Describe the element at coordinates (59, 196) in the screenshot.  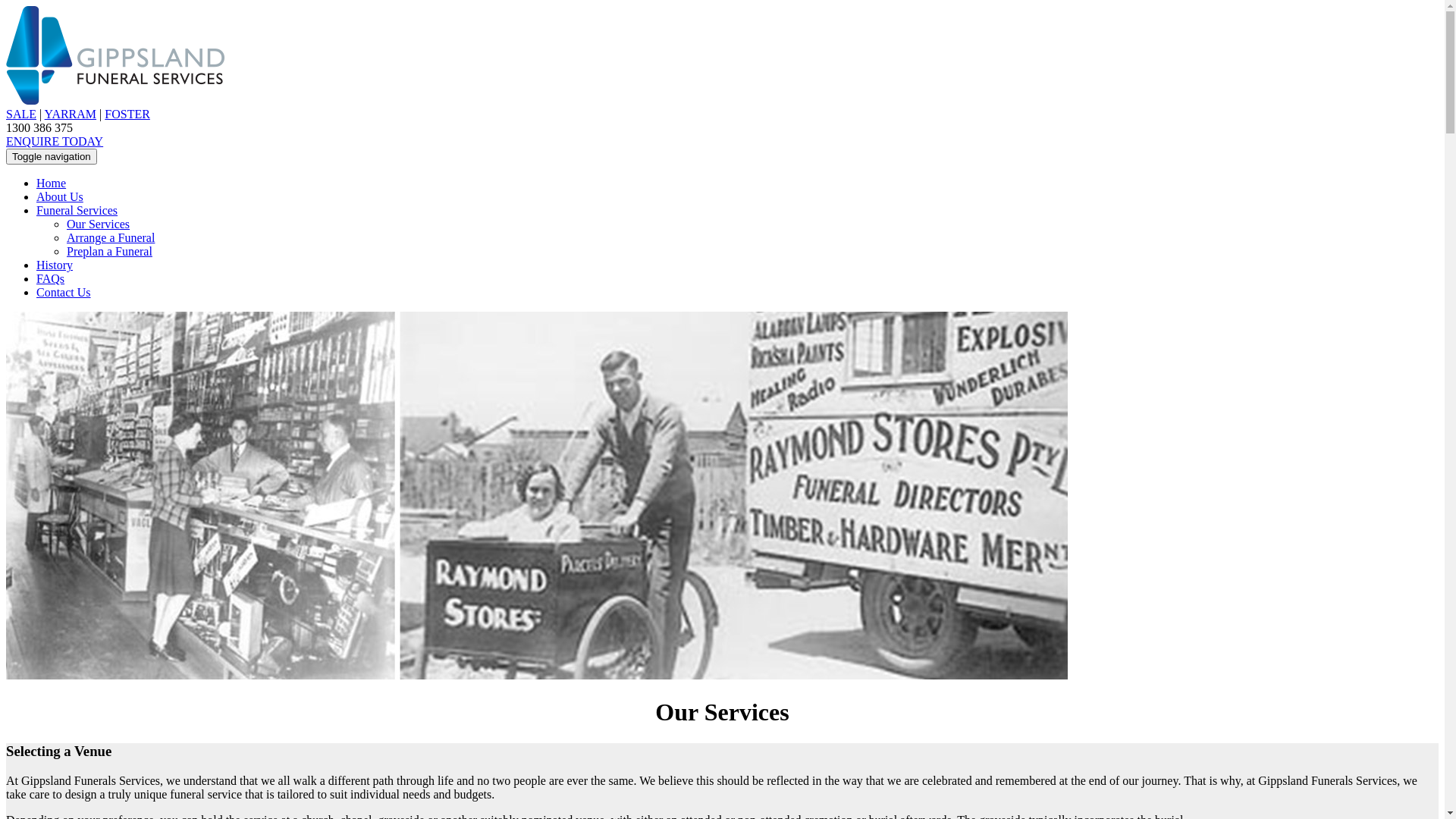
I see `'About Us'` at that location.